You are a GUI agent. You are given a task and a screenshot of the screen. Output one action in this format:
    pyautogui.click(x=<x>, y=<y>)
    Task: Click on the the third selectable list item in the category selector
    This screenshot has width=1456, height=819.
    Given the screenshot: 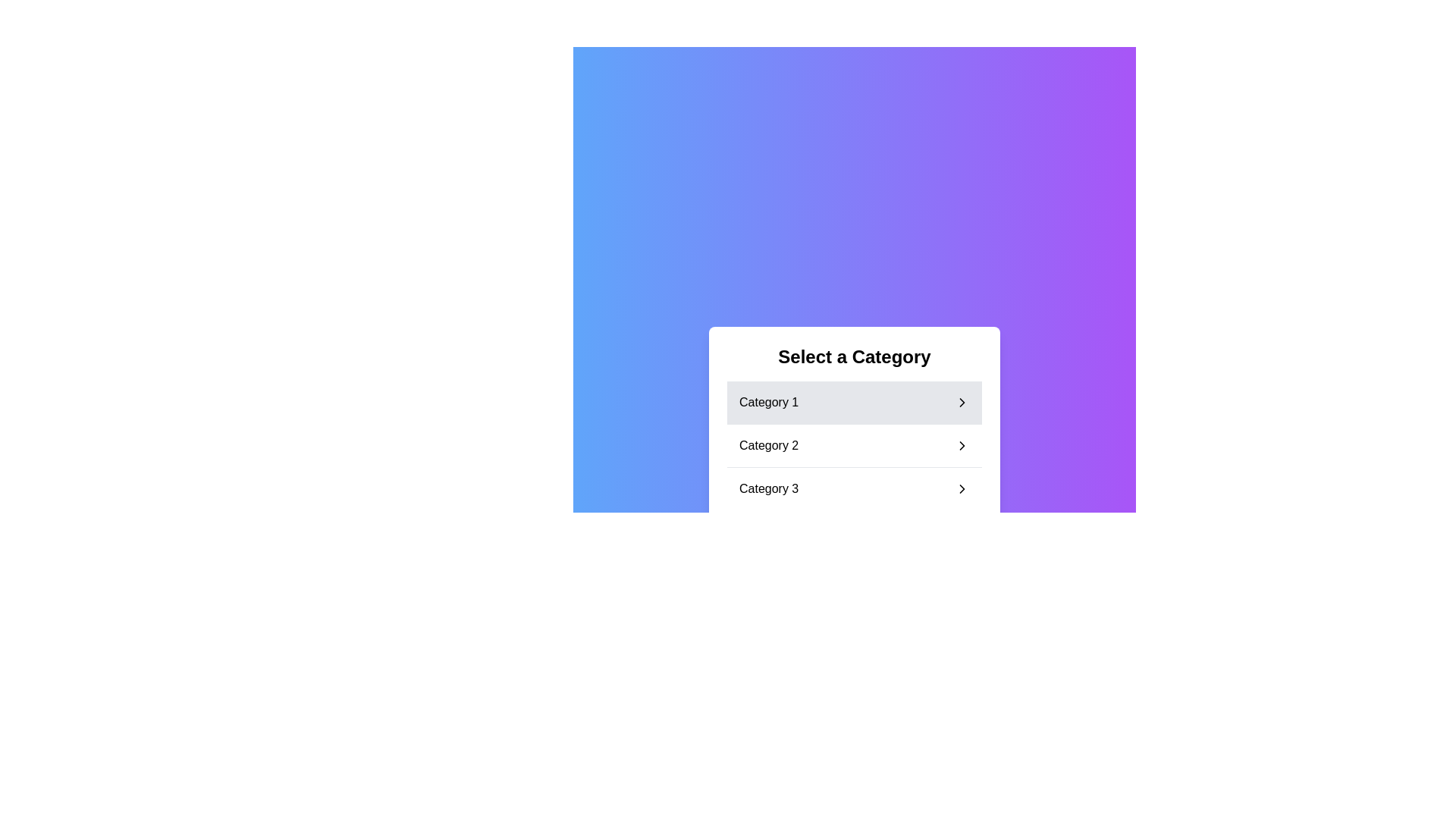 What is the action you would take?
    pyautogui.click(x=855, y=488)
    